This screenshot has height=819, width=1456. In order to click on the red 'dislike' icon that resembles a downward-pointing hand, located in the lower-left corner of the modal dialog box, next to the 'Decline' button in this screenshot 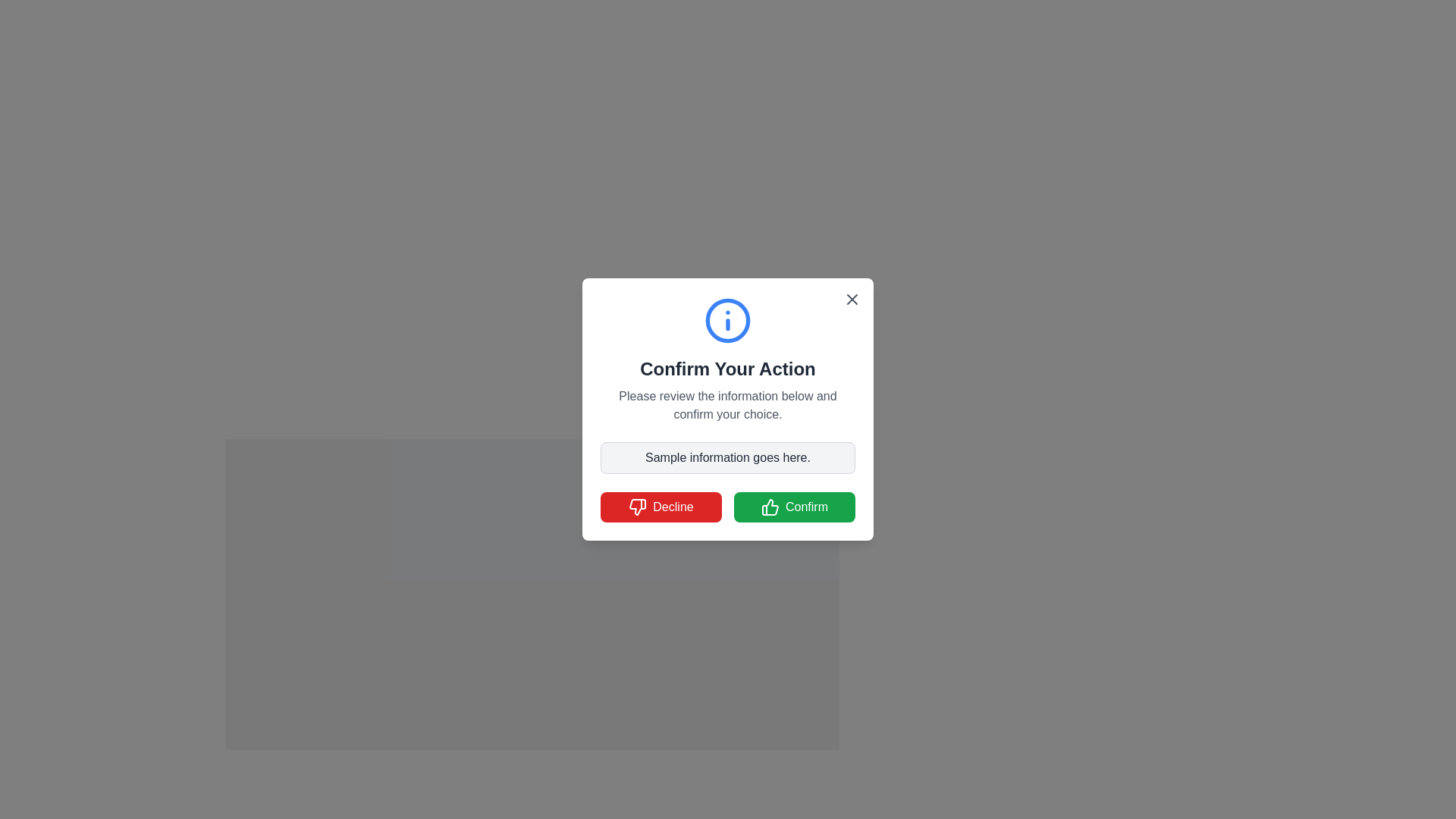, I will do `click(638, 507)`.